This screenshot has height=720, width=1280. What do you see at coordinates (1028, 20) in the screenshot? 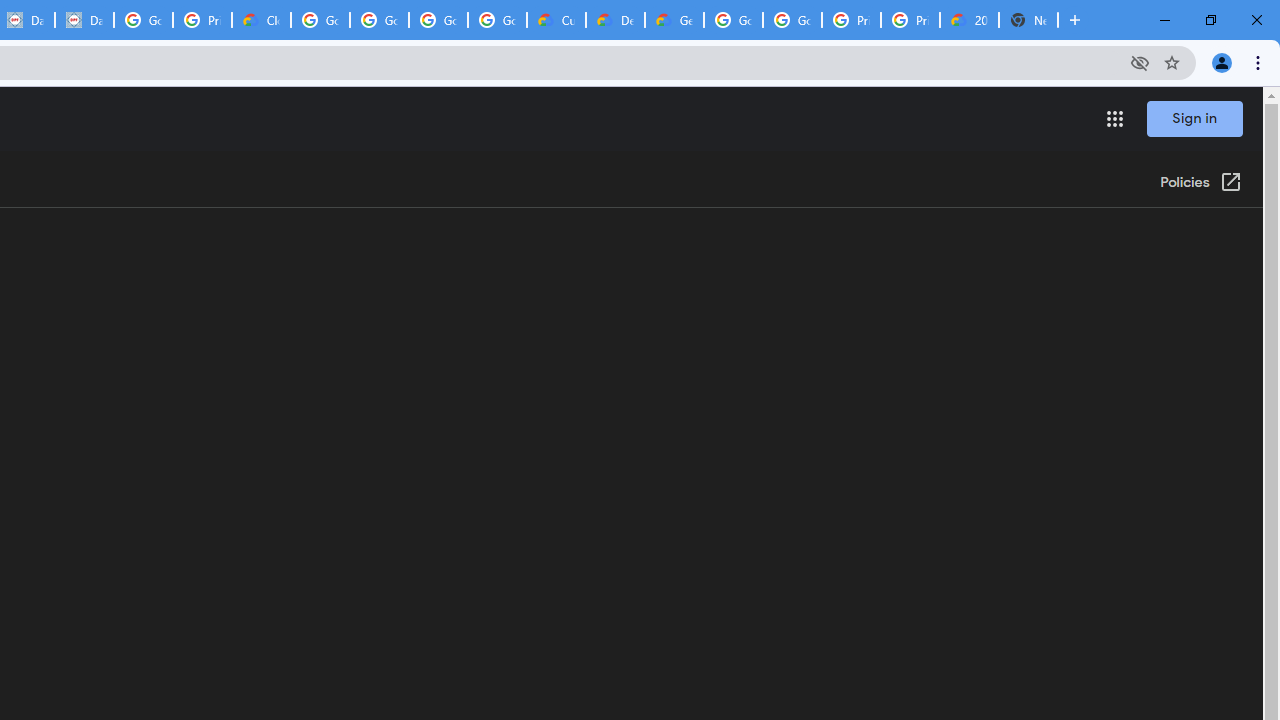
I see `'New Tab'` at bounding box center [1028, 20].